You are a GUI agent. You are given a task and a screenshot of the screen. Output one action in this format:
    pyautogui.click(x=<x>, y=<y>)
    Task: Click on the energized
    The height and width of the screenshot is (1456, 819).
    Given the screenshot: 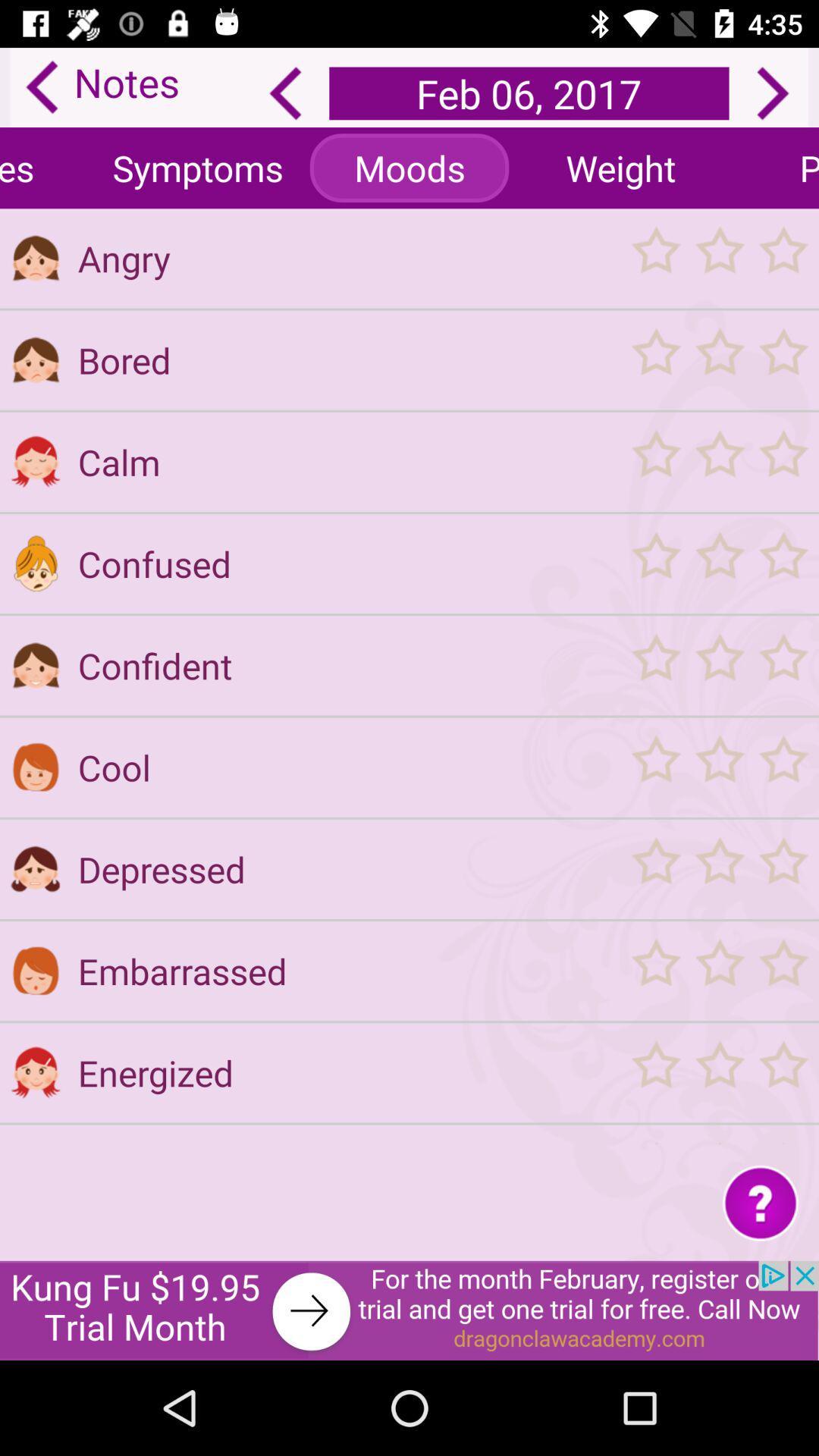 What is the action you would take?
    pyautogui.click(x=345, y=1072)
    